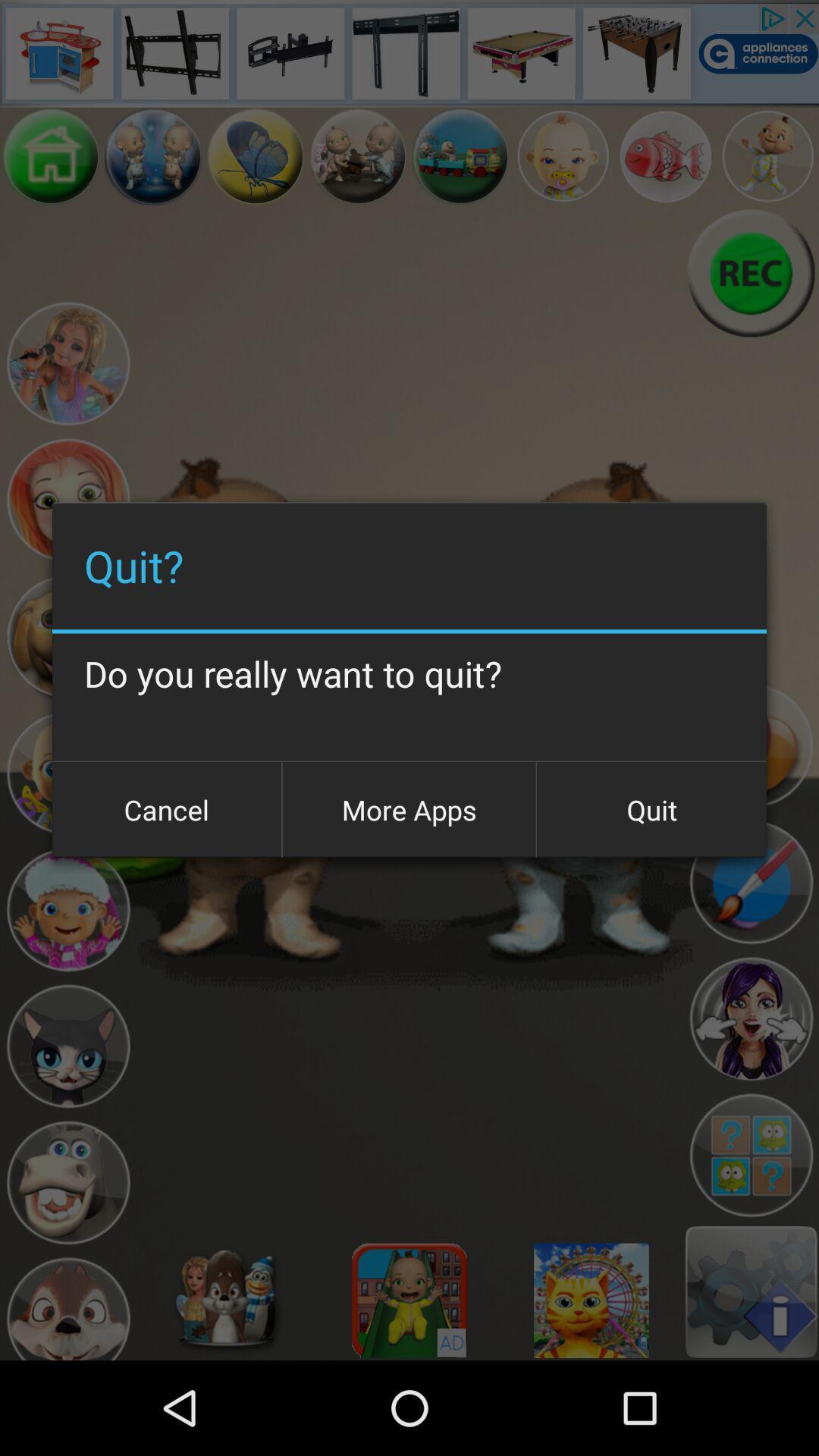  I want to click on the edit icon, so click(751, 943).